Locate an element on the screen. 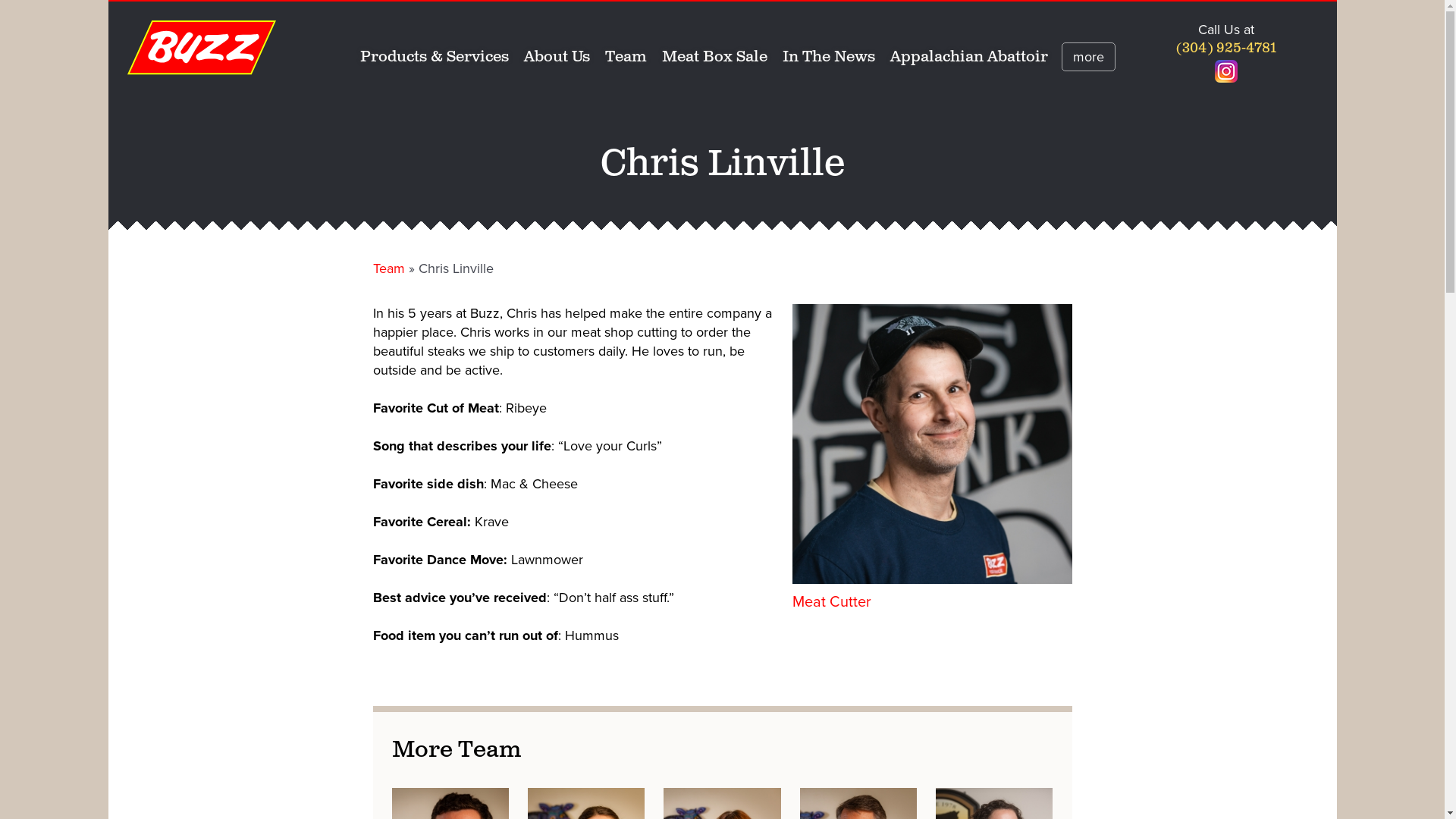  '(304) 925-4781' is located at coordinates (1175, 48).